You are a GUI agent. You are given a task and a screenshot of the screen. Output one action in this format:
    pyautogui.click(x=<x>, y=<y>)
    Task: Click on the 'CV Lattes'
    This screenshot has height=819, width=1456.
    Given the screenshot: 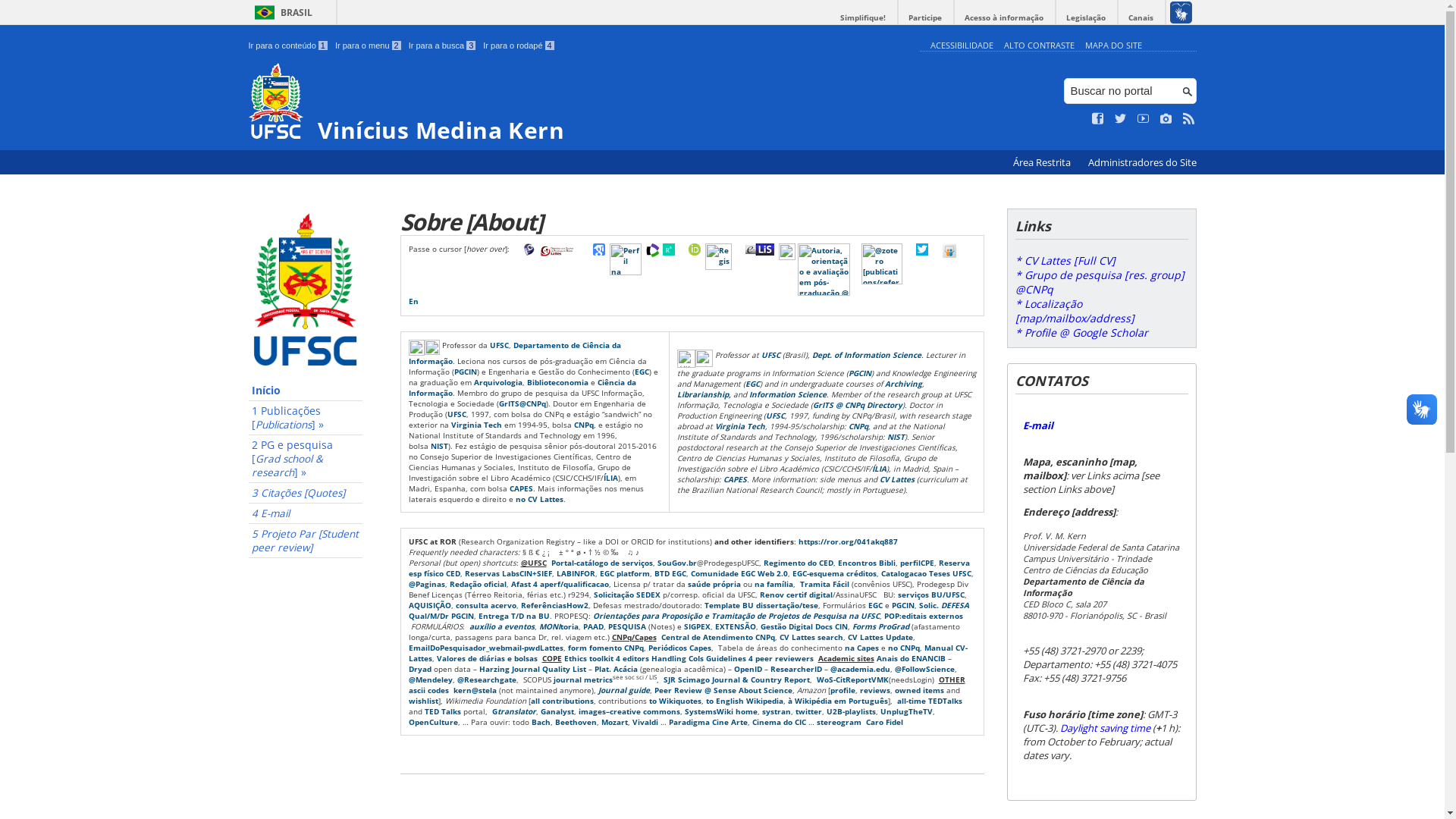 What is the action you would take?
    pyautogui.click(x=880, y=479)
    